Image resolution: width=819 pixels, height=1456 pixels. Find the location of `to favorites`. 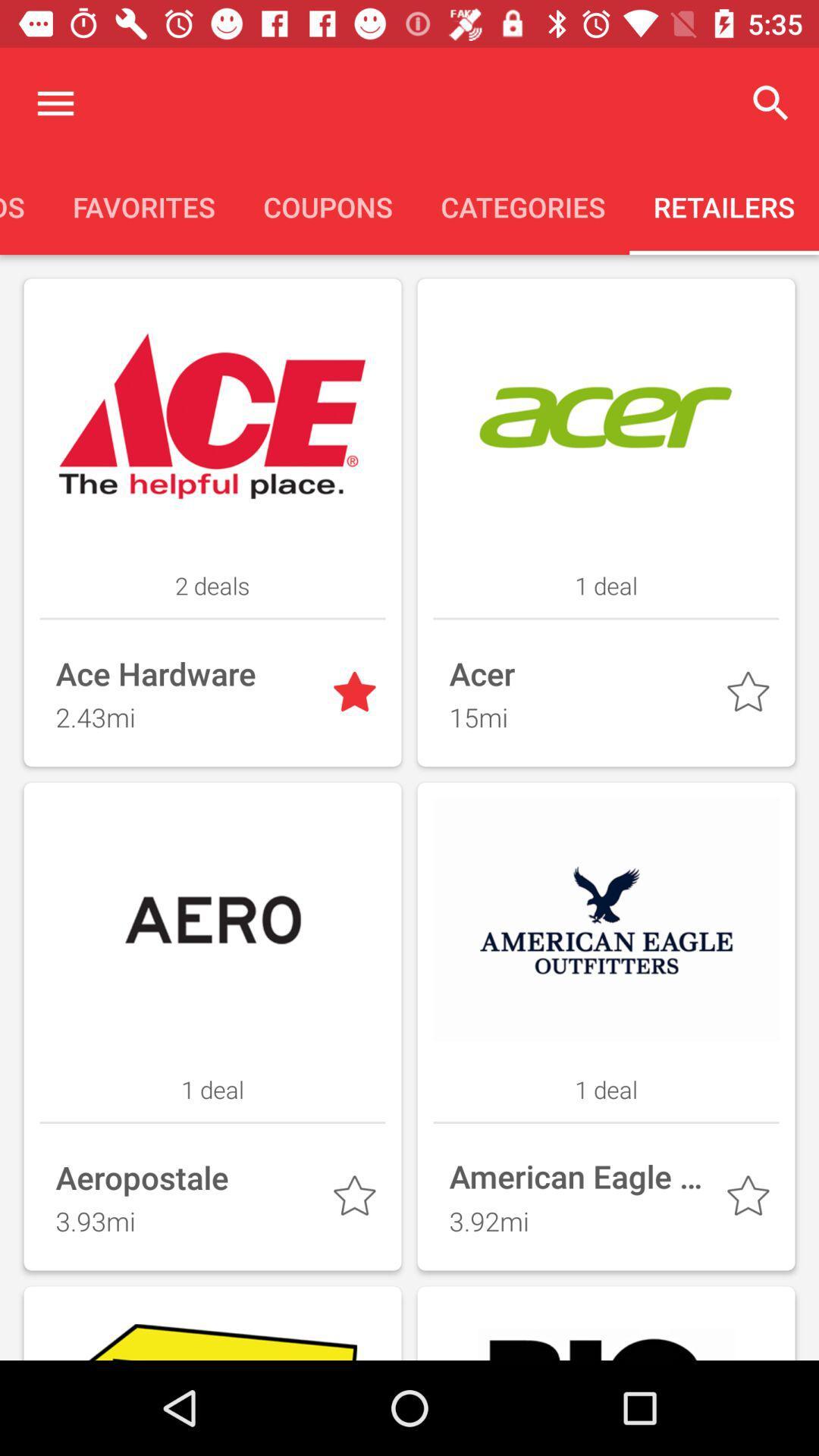

to favorites is located at coordinates (357, 1198).